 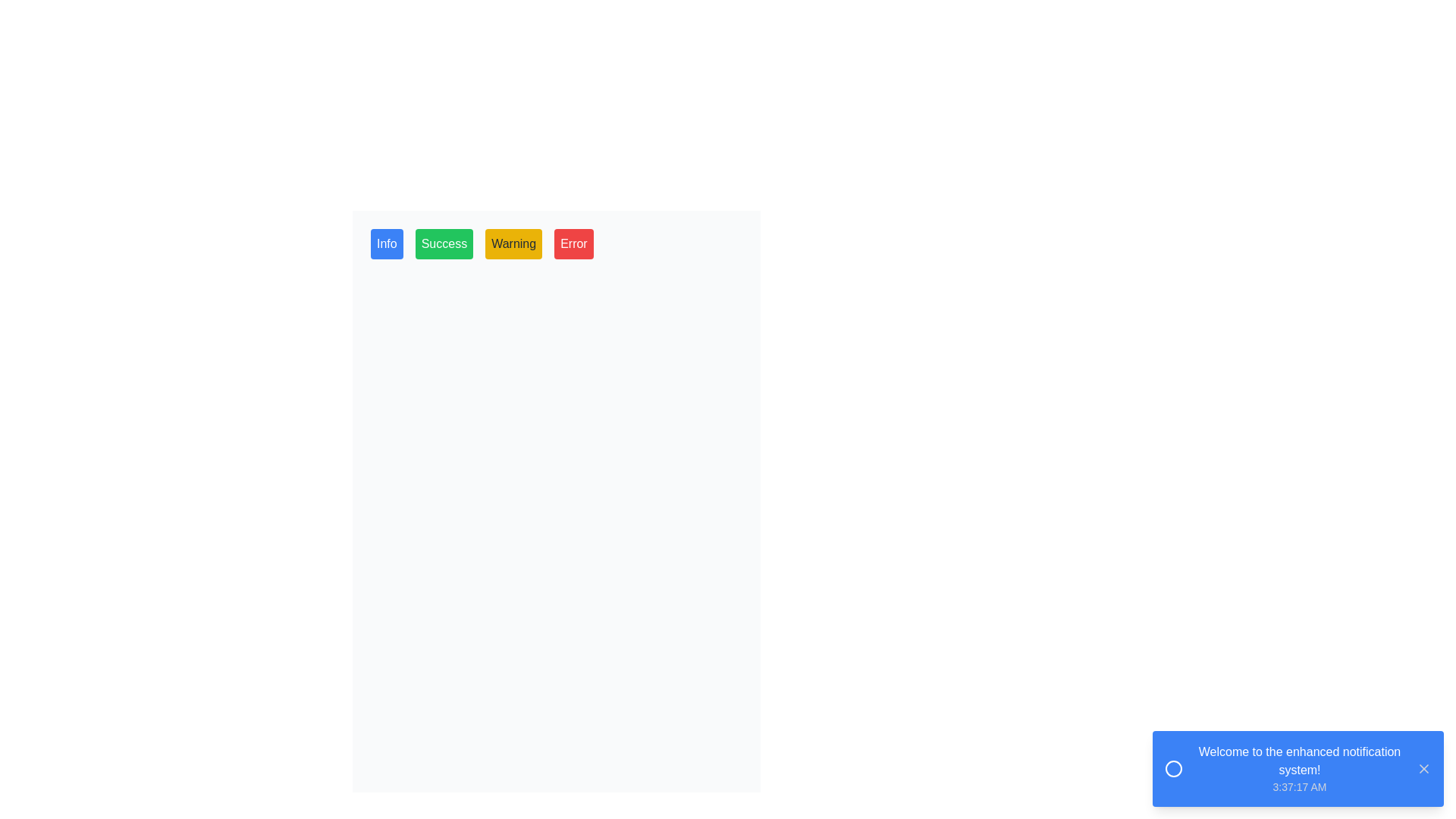 I want to click on the static text label that displays the timestamp for the notification, located at the bottom right of the notification box, so click(x=1298, y=786).